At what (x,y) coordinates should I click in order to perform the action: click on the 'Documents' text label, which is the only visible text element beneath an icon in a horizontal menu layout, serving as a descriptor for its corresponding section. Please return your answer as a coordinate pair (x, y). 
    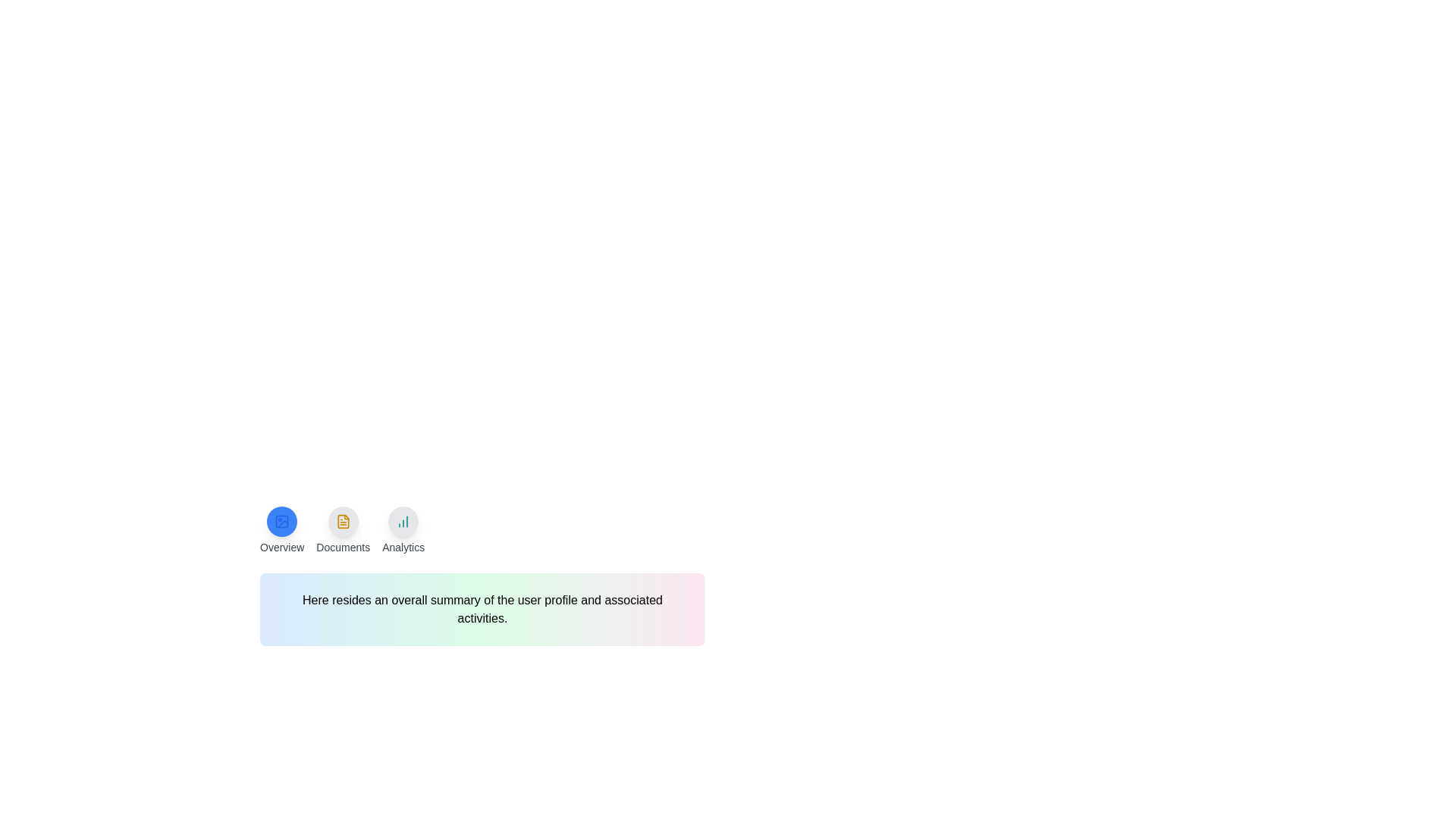
    Looking at the image, I should click on (342, 547).